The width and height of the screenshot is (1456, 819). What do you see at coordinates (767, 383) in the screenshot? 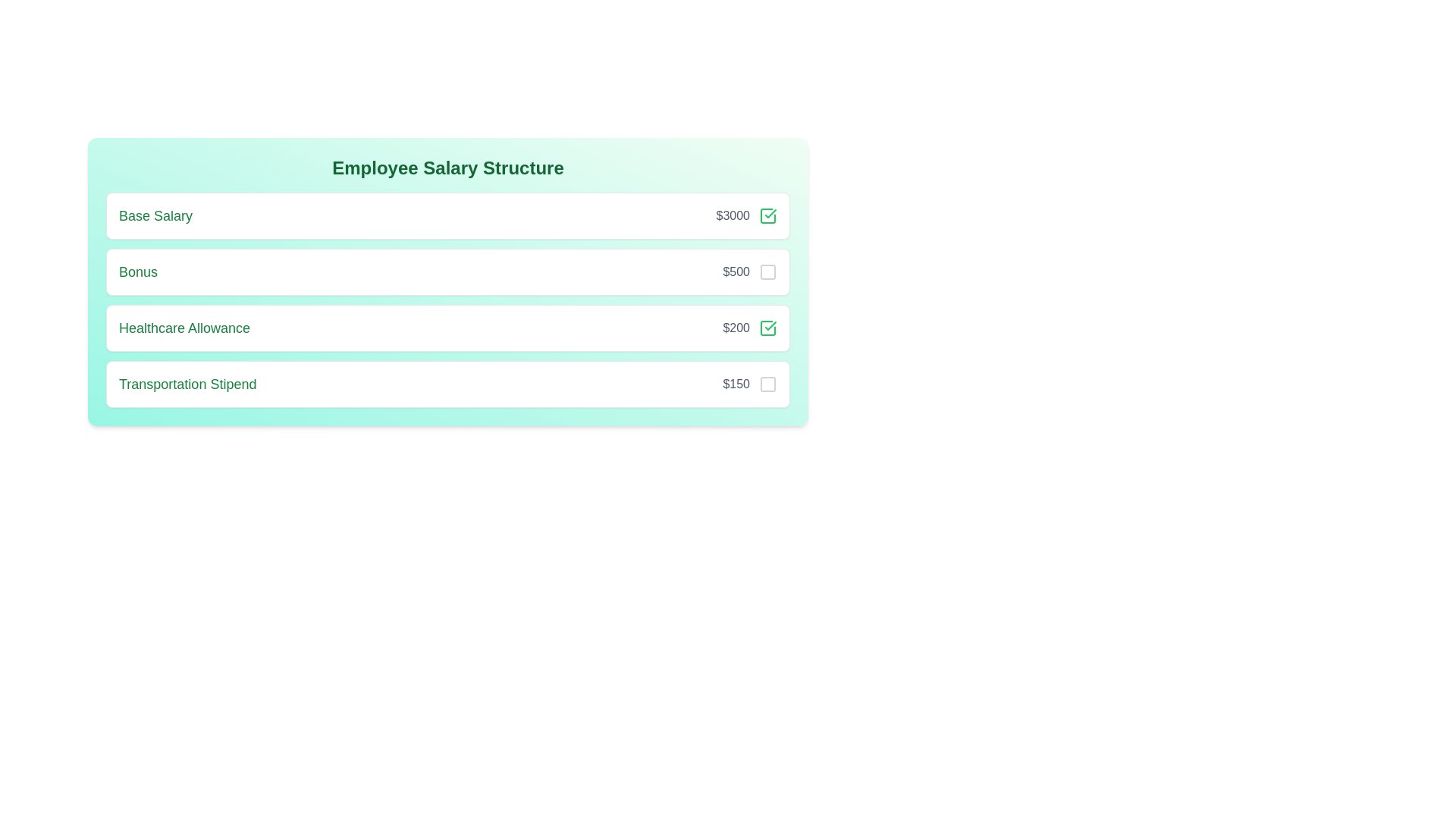
I see `the salary breakdown item corresponding to Transportation Stipend` at bounding box center [767, 383].